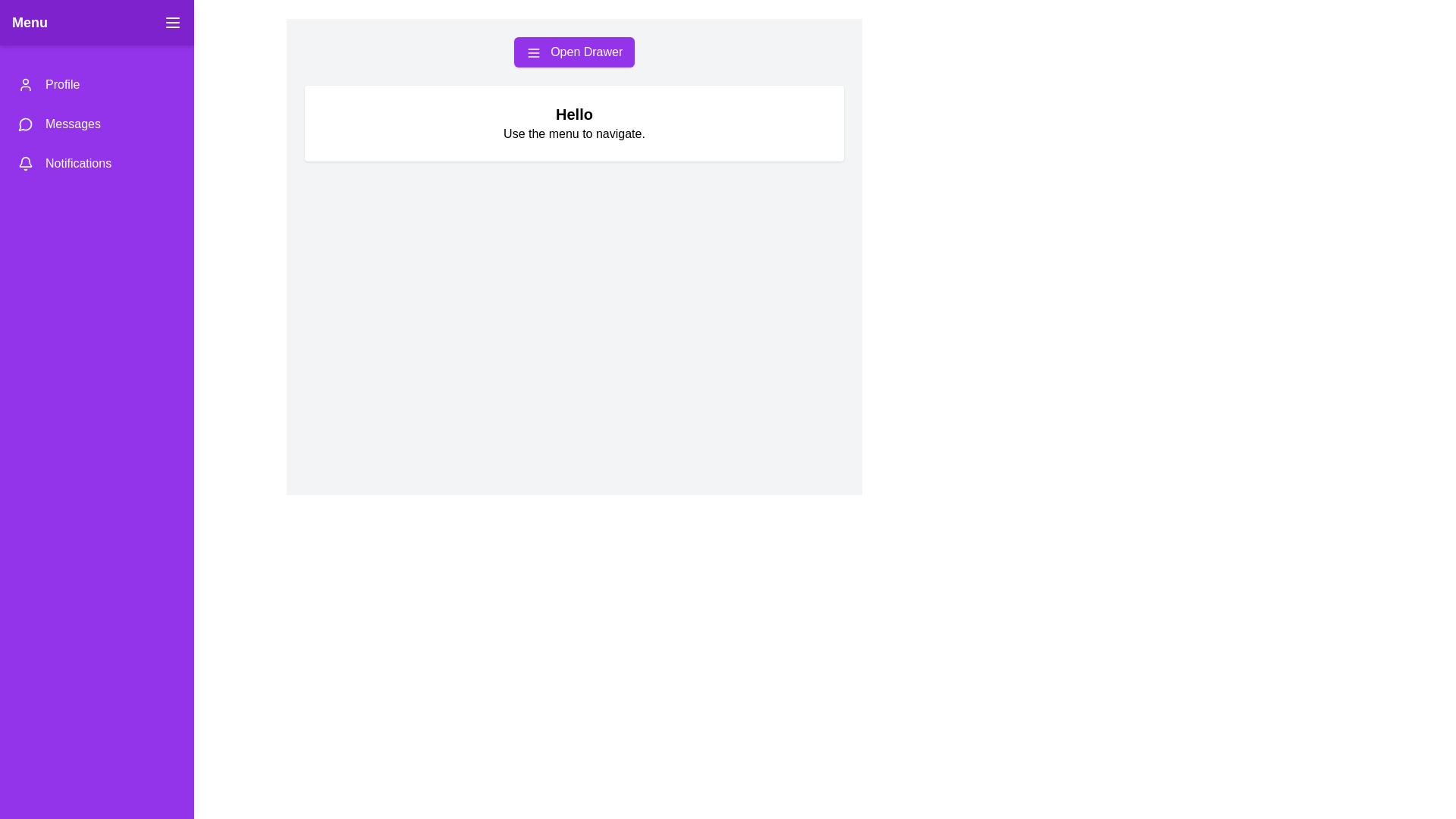 The width and height of the screenshot is (1456, 819). I want to click on the 'Messages' icon located in the left-hand navigation bar, which serves as a visual indicator for messaging features, so click(25, 124).